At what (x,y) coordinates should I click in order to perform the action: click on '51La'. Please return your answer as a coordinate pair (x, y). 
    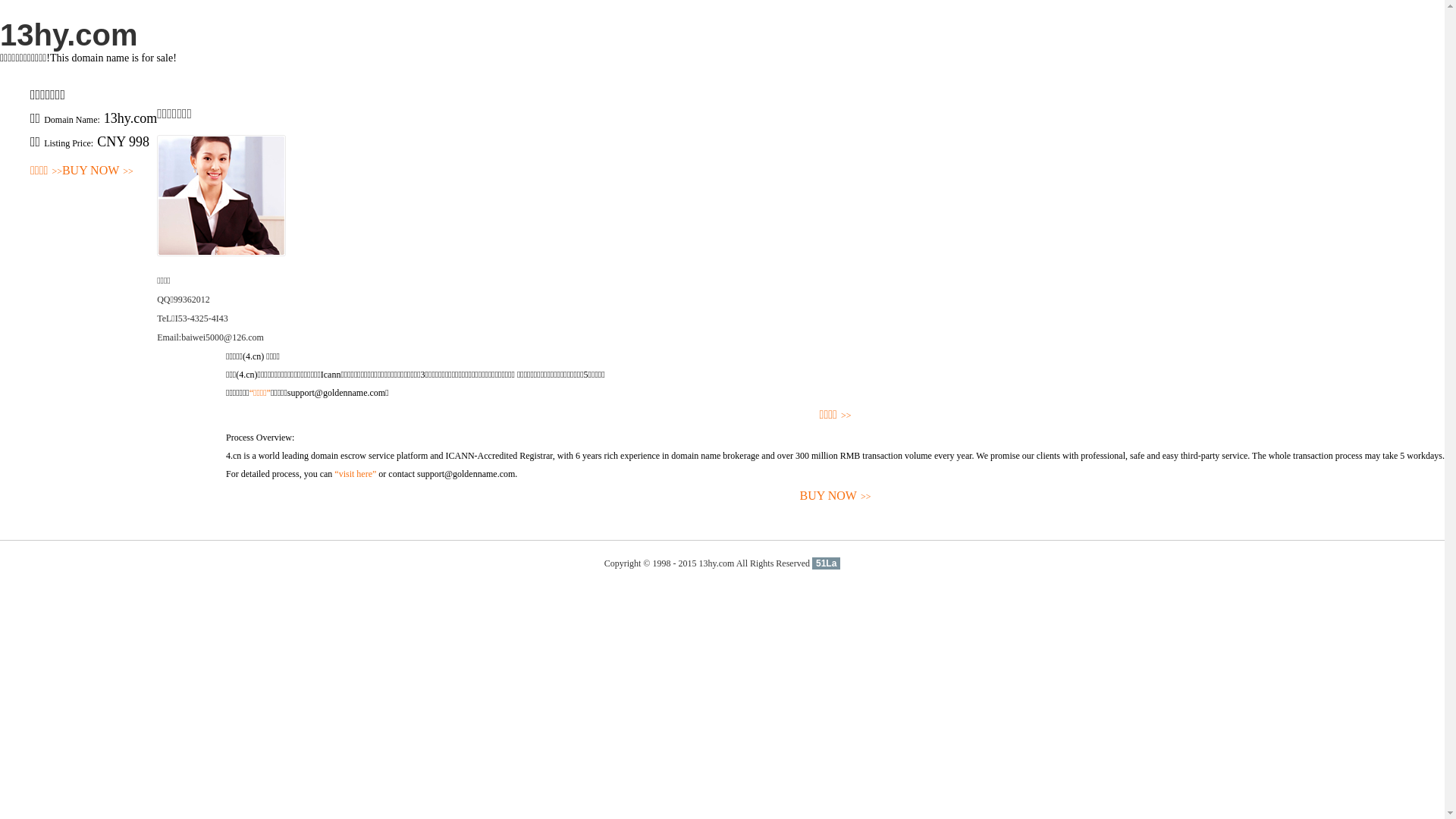
    Looking at the image, I should click on (825, 563).